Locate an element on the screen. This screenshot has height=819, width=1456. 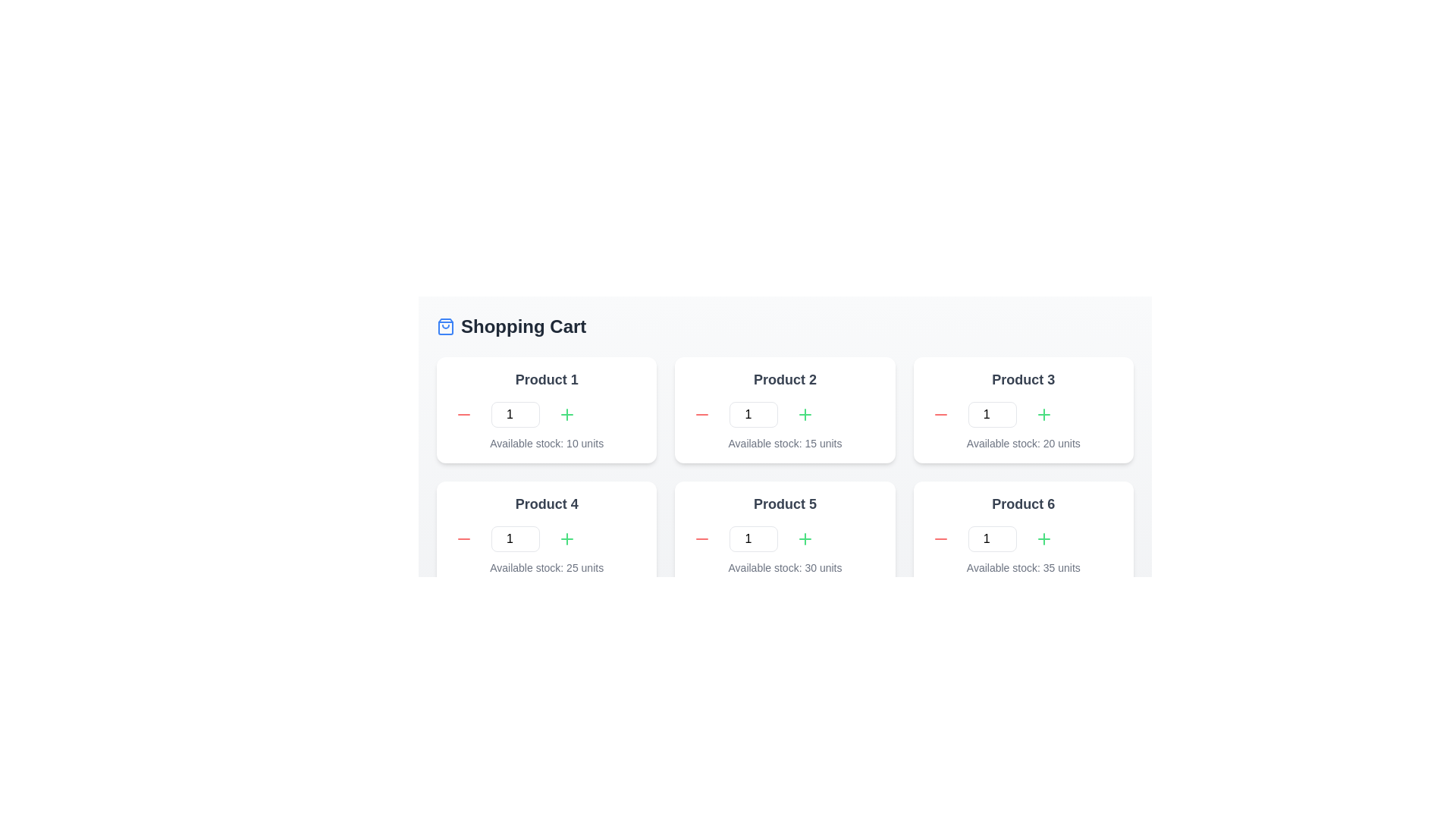
the button to decrease the count of Product 5 in the shopping cart, which is the first item in the horizontal list of elements next to the quantity input field and the plus button is located at coordinates (701, 538).